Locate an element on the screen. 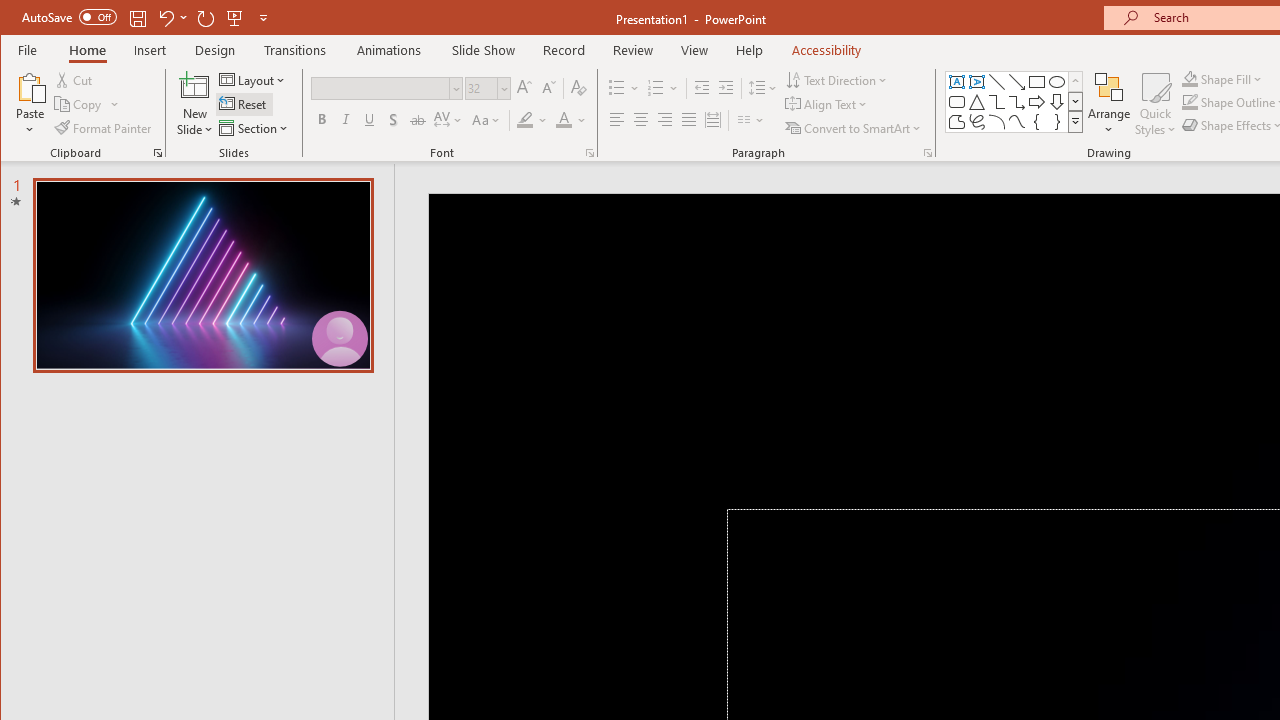 Image resolution: width=1280 pixels, height=720 pixels. 'Clear Formatting' is located at coordinates (578, 87).